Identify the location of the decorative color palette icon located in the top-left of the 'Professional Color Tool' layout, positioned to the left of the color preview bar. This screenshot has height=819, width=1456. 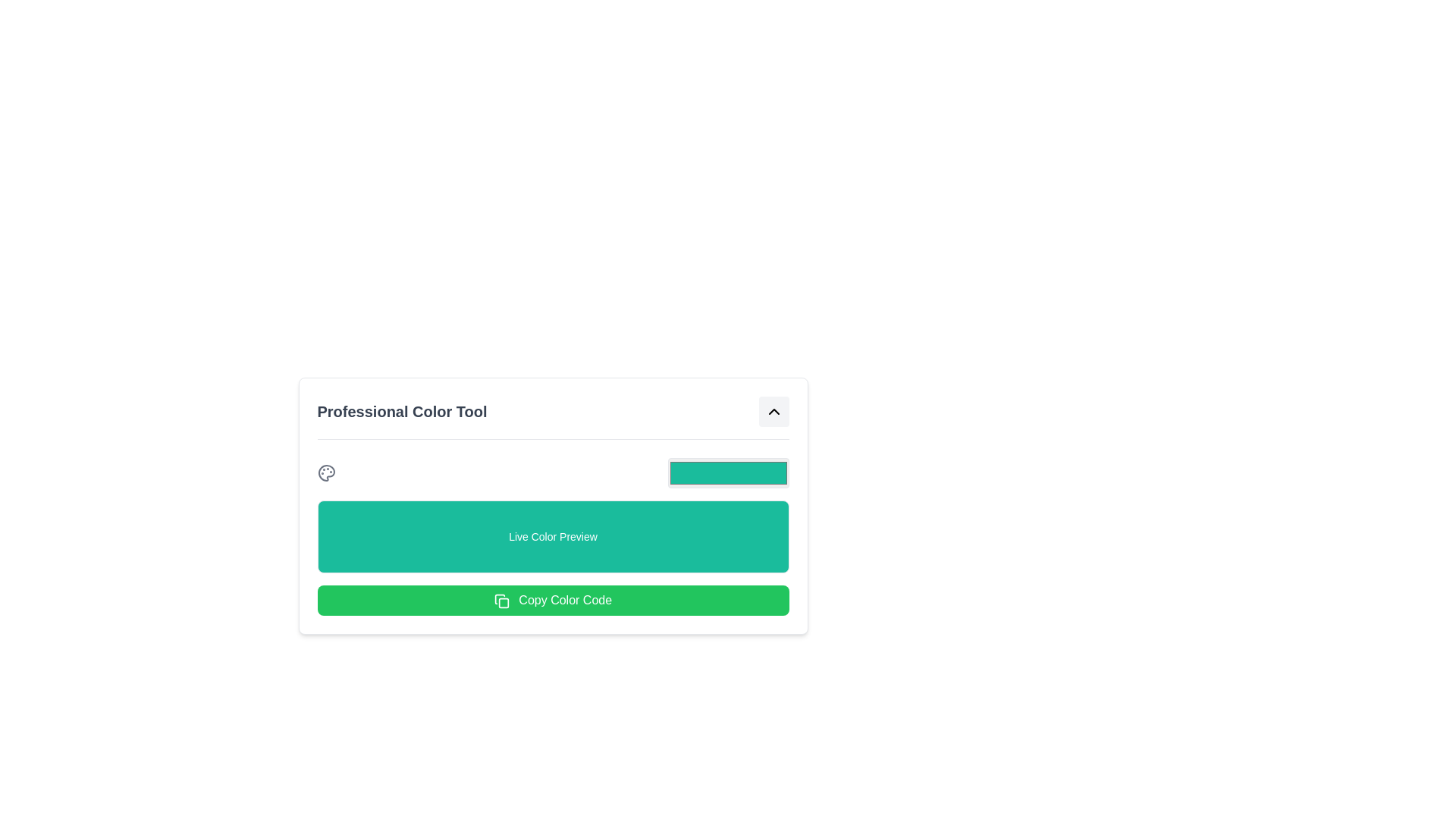
(325, 472).